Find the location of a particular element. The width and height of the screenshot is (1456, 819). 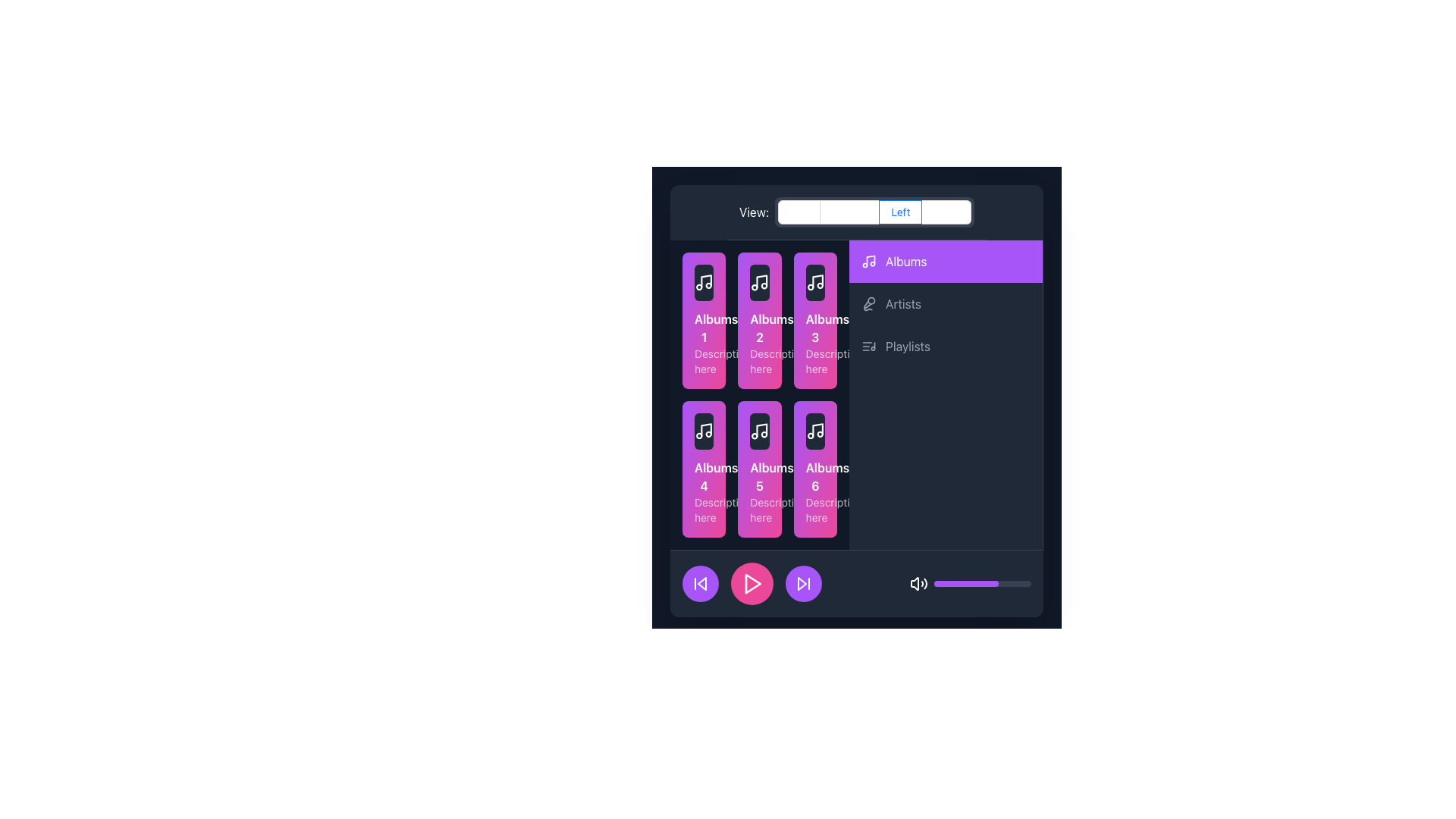

the text label that serves as the title for the album, positioned above the 'Description here' text is located at coordinates (703, 327).